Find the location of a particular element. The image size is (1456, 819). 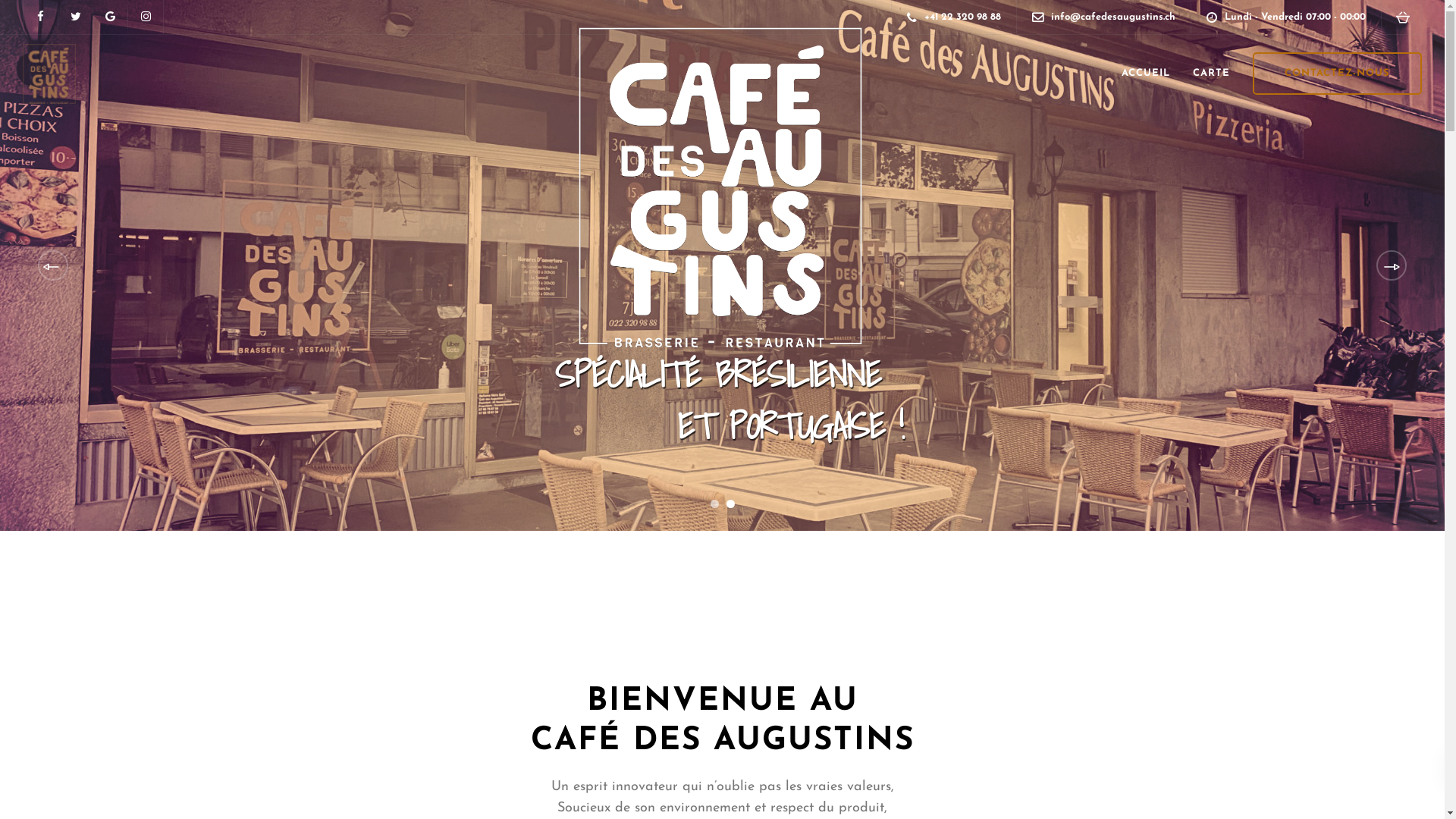

'CONTACTEZ-NOUS' is located at coordinates (1252, 73).